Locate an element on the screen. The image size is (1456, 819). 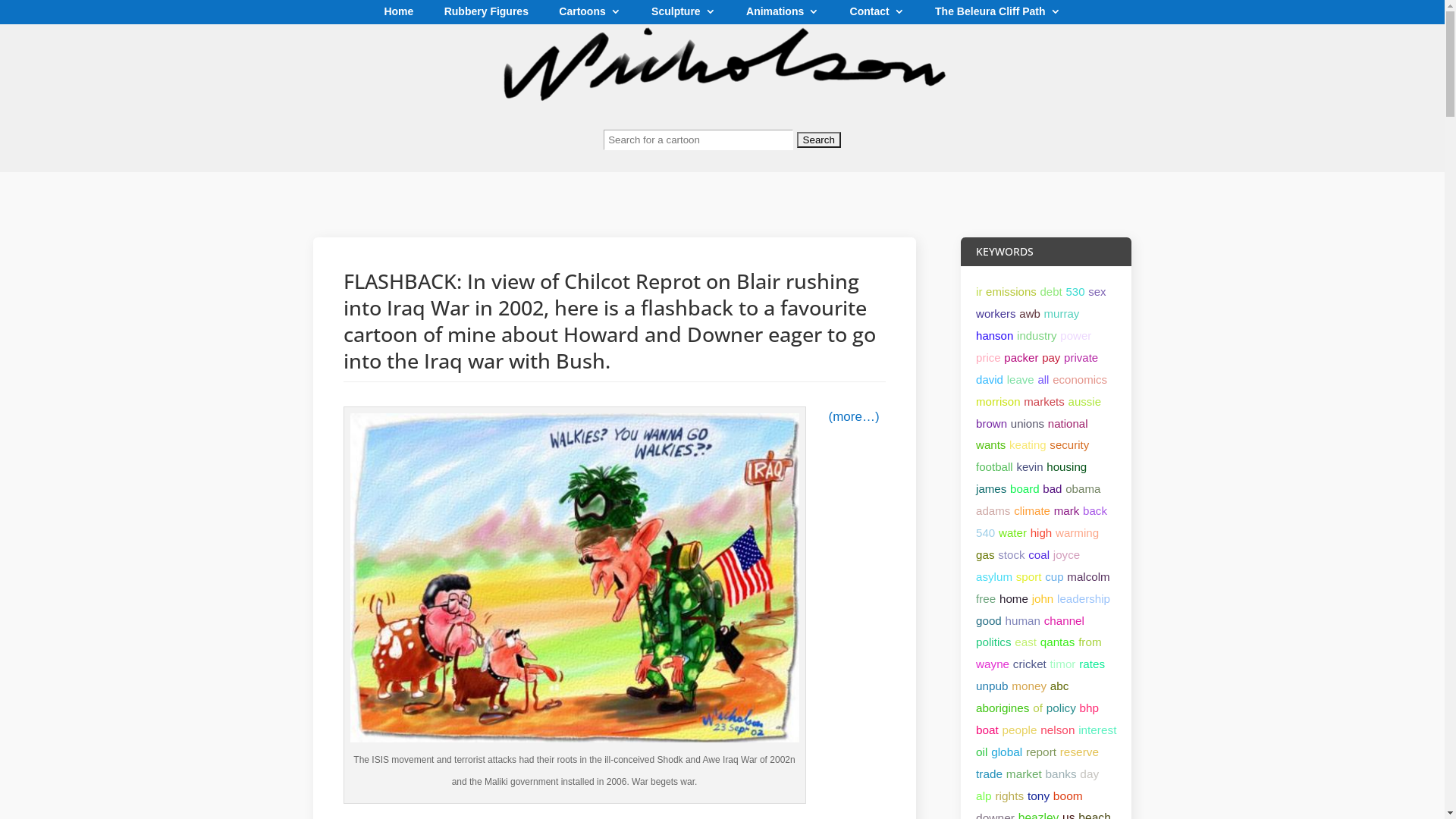
'awb' is located at coordinates (1019, 312).